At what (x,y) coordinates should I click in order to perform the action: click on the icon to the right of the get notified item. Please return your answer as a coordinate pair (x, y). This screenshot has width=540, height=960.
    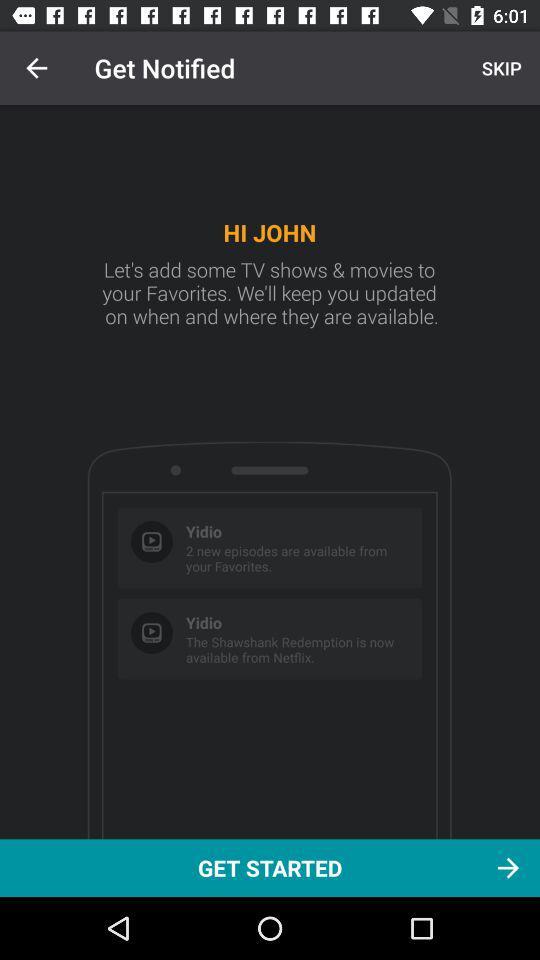
    Looking at the image, I should click on (498, 68).